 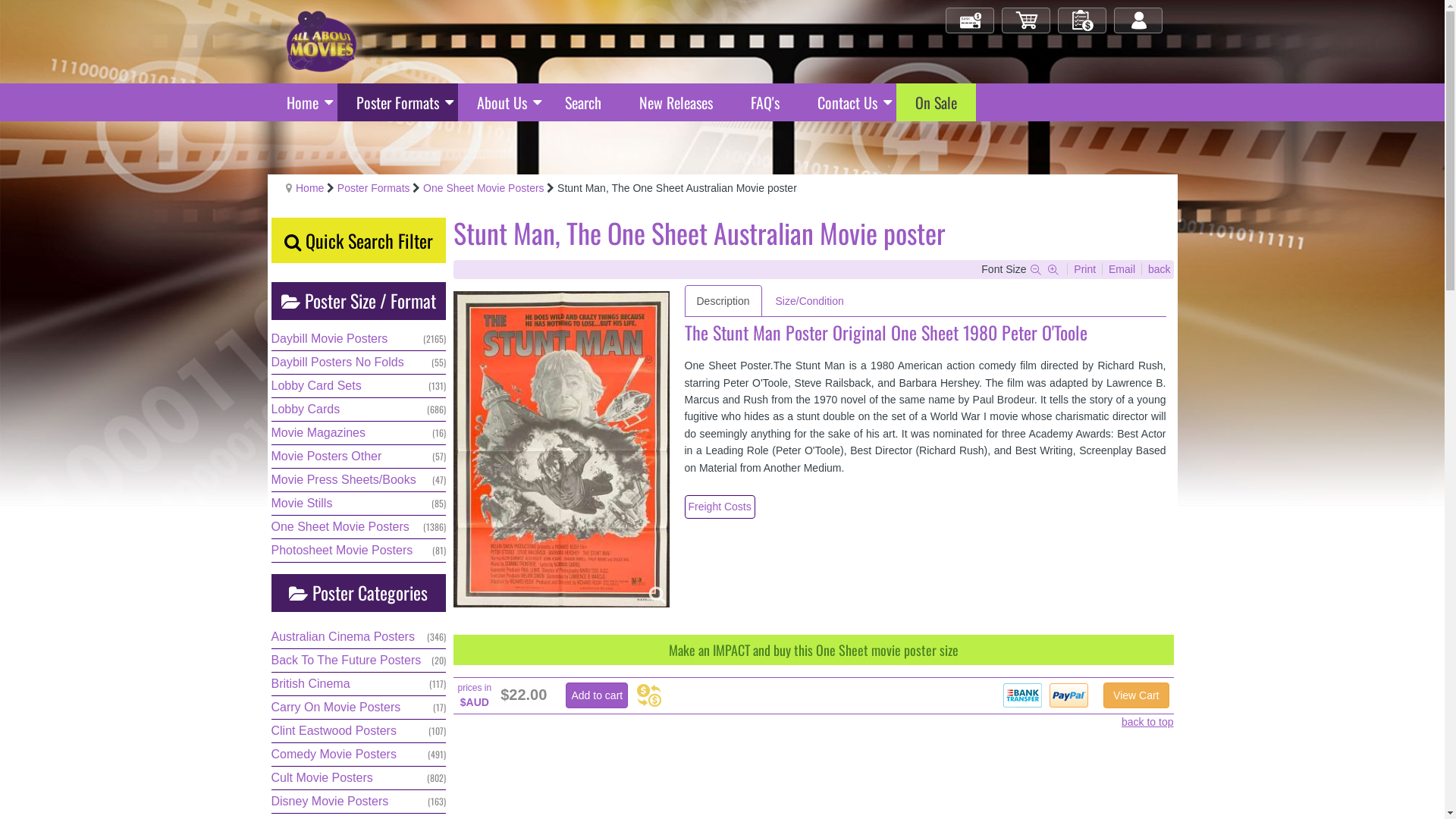 I want to click on 'Comedy Movie Posters, so click(x=358, y=755).